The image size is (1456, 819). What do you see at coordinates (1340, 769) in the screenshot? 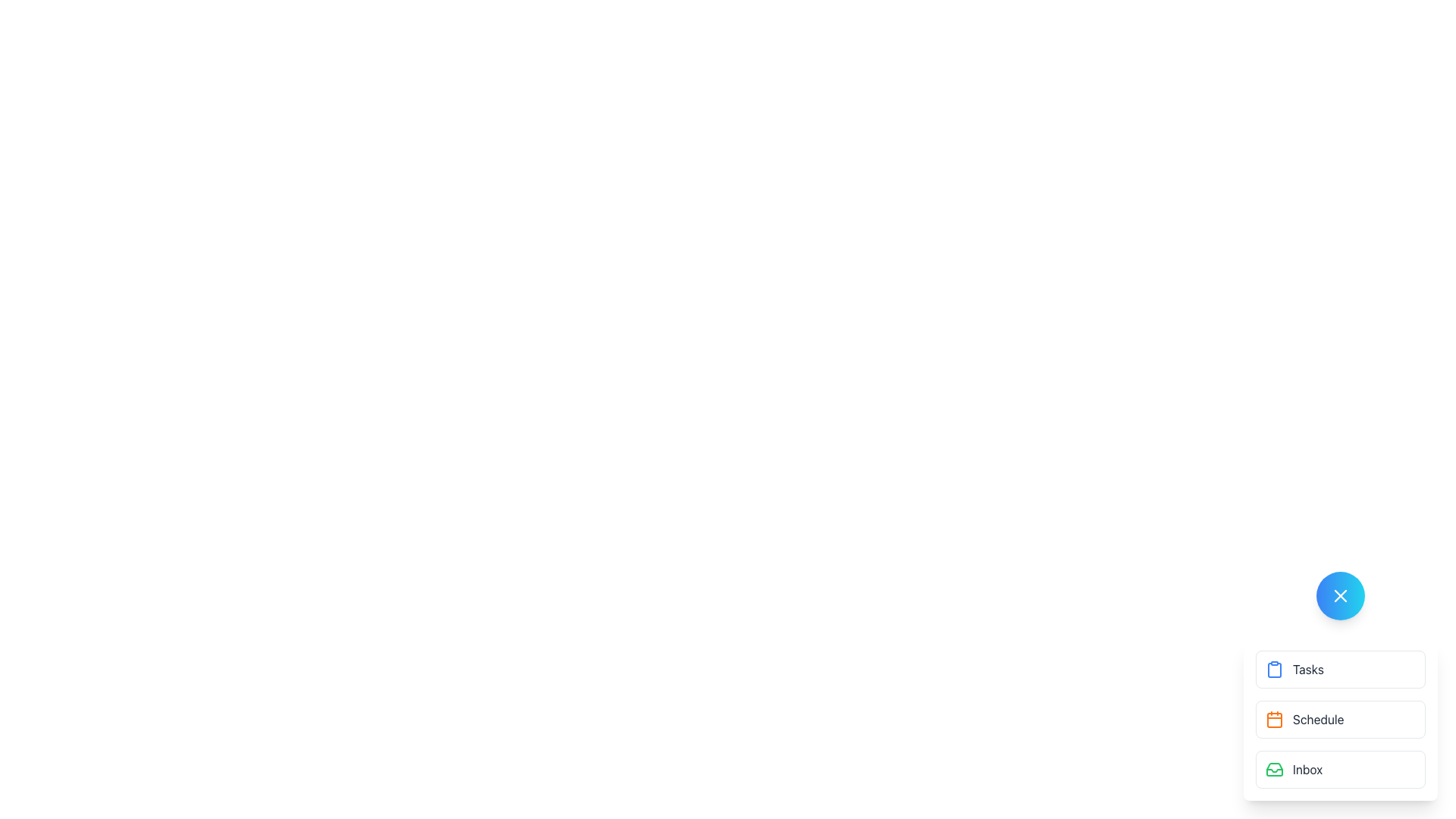
I see `the 'Inbox' menu item, which is the third item in the vertical menu list styled in green, located below 'Schedule'` at bounding box center [1340, 769].